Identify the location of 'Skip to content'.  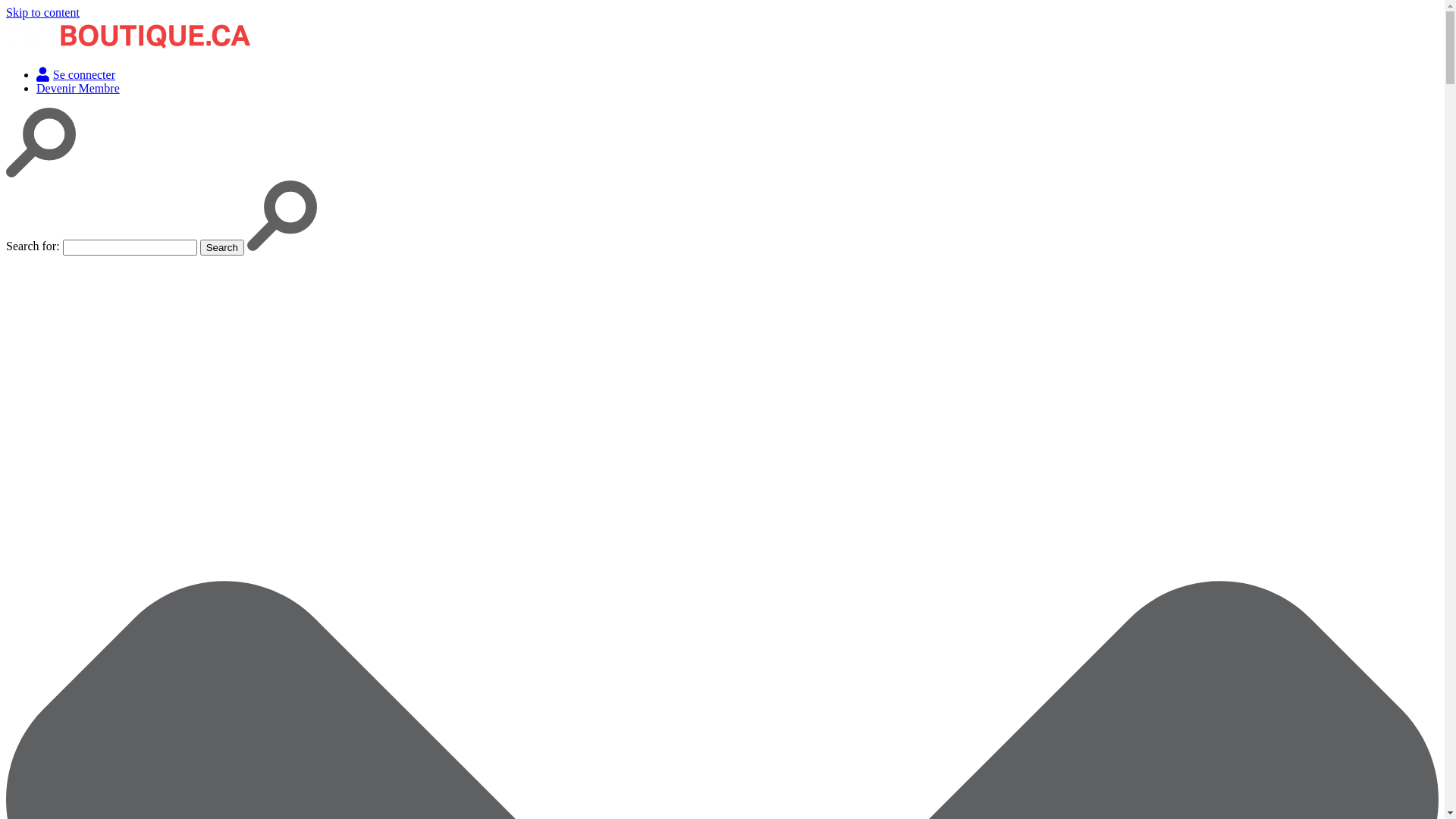
(42, 12).